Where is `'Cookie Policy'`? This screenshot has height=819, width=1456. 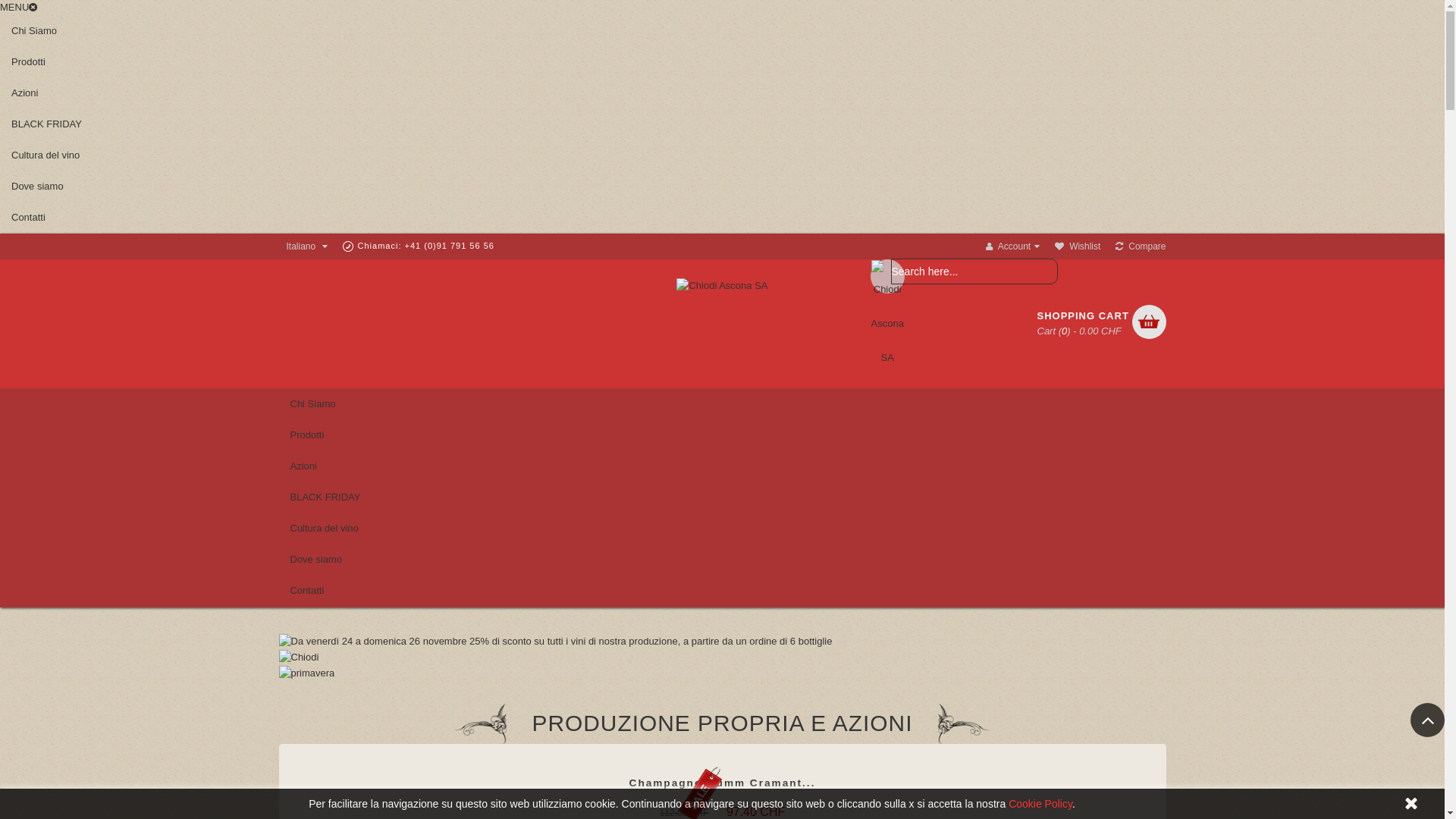
'Cookie Policy' is located at coordinates (1040, 803).